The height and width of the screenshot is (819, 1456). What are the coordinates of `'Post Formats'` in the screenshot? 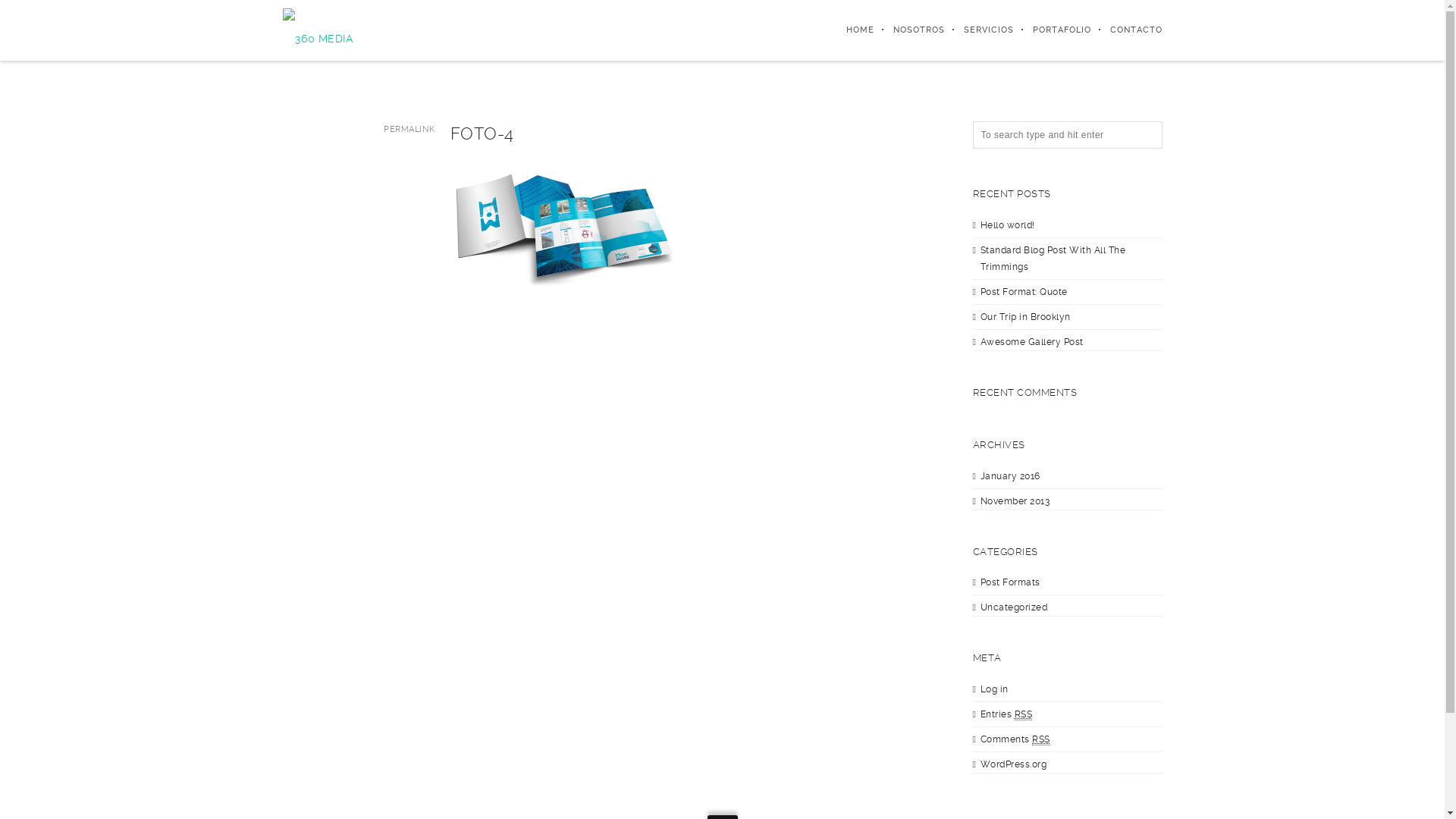 It's located at (1009, 581).